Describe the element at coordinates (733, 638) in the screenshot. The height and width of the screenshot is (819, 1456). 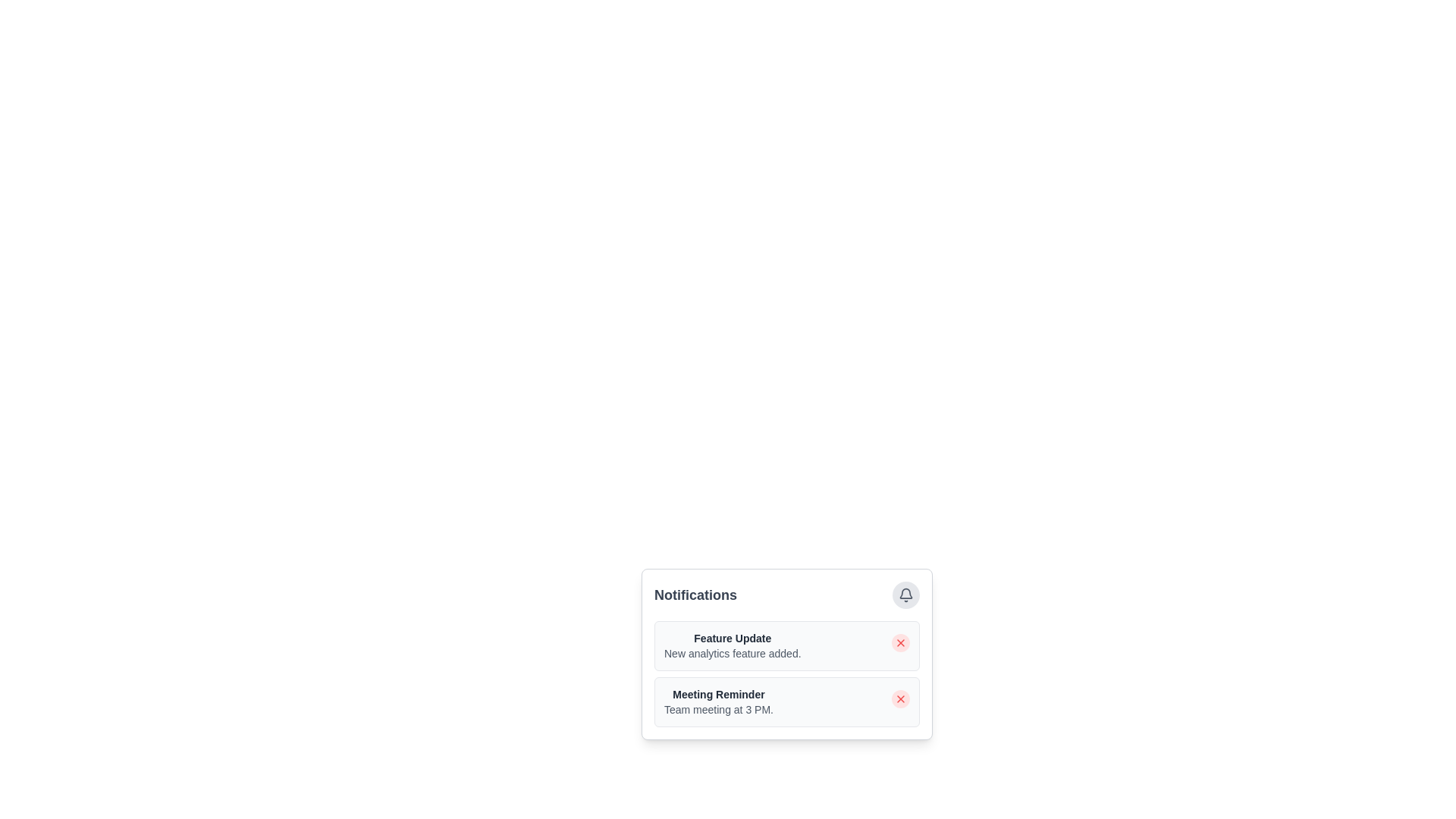
I see `title text of the notification, which serves as a descriptor of the message content, located at the center of the Text label in the lower right area of the interface` at that location.